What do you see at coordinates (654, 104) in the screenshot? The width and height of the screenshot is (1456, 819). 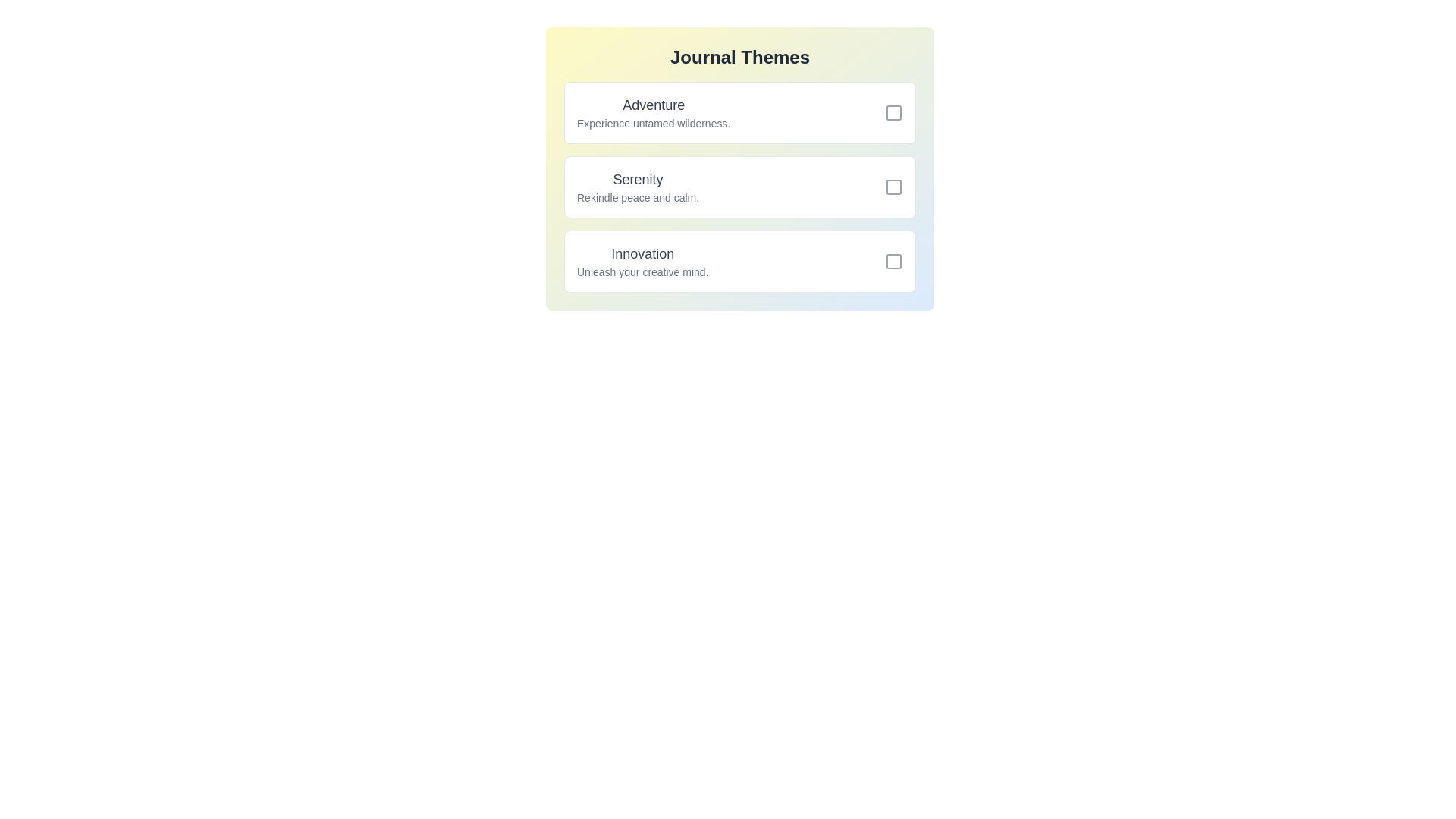 I see `the 'Adventure' section title text display element, which is positioned at the top of the vertical list of sections, directly above the text 'Experience untamed wilderness.'` at bounding box center [654, 104].